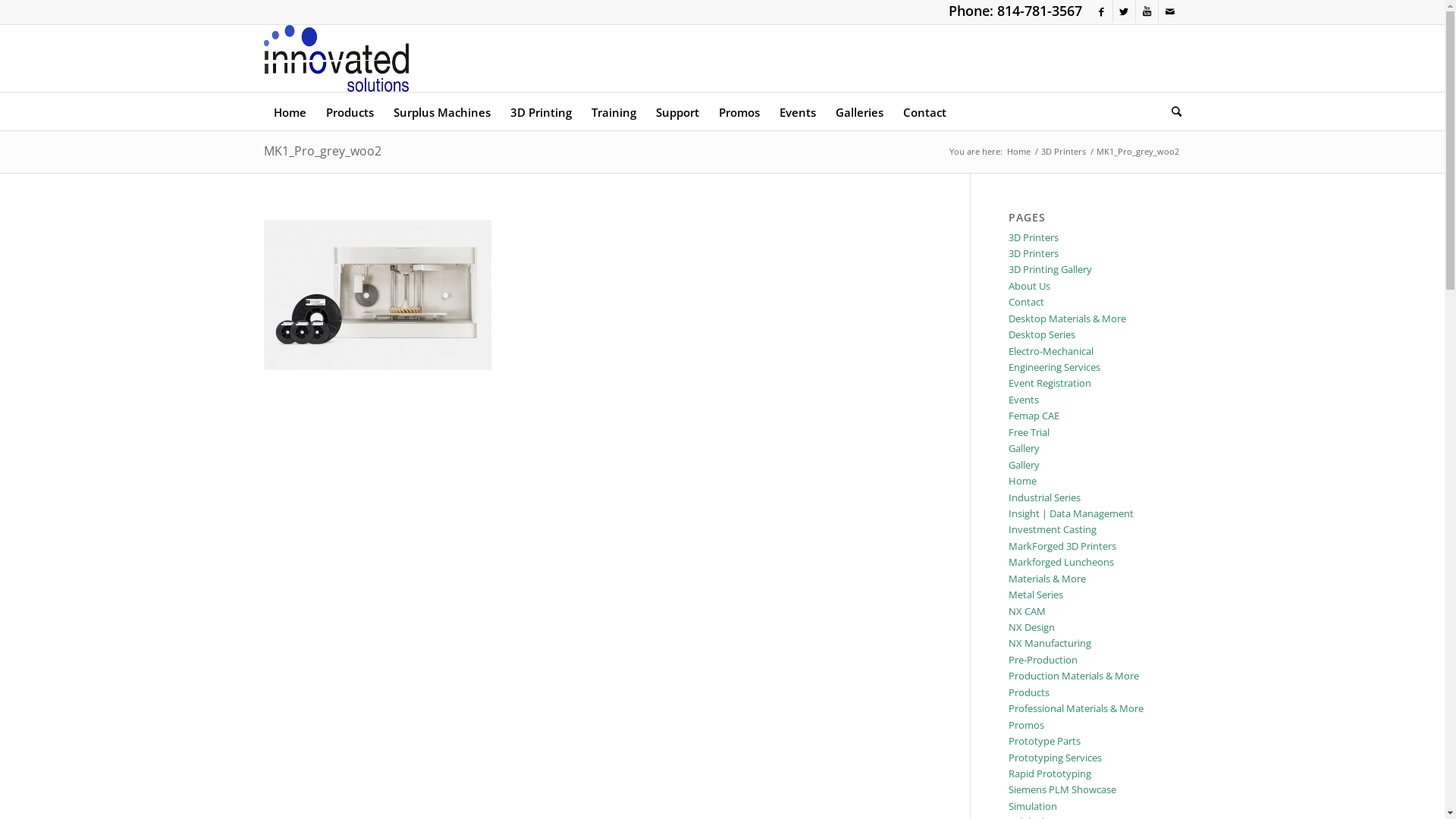  Describe the element at coordinates (1049, 382) in the screenshot. I see `'Event Registration'` at that location.